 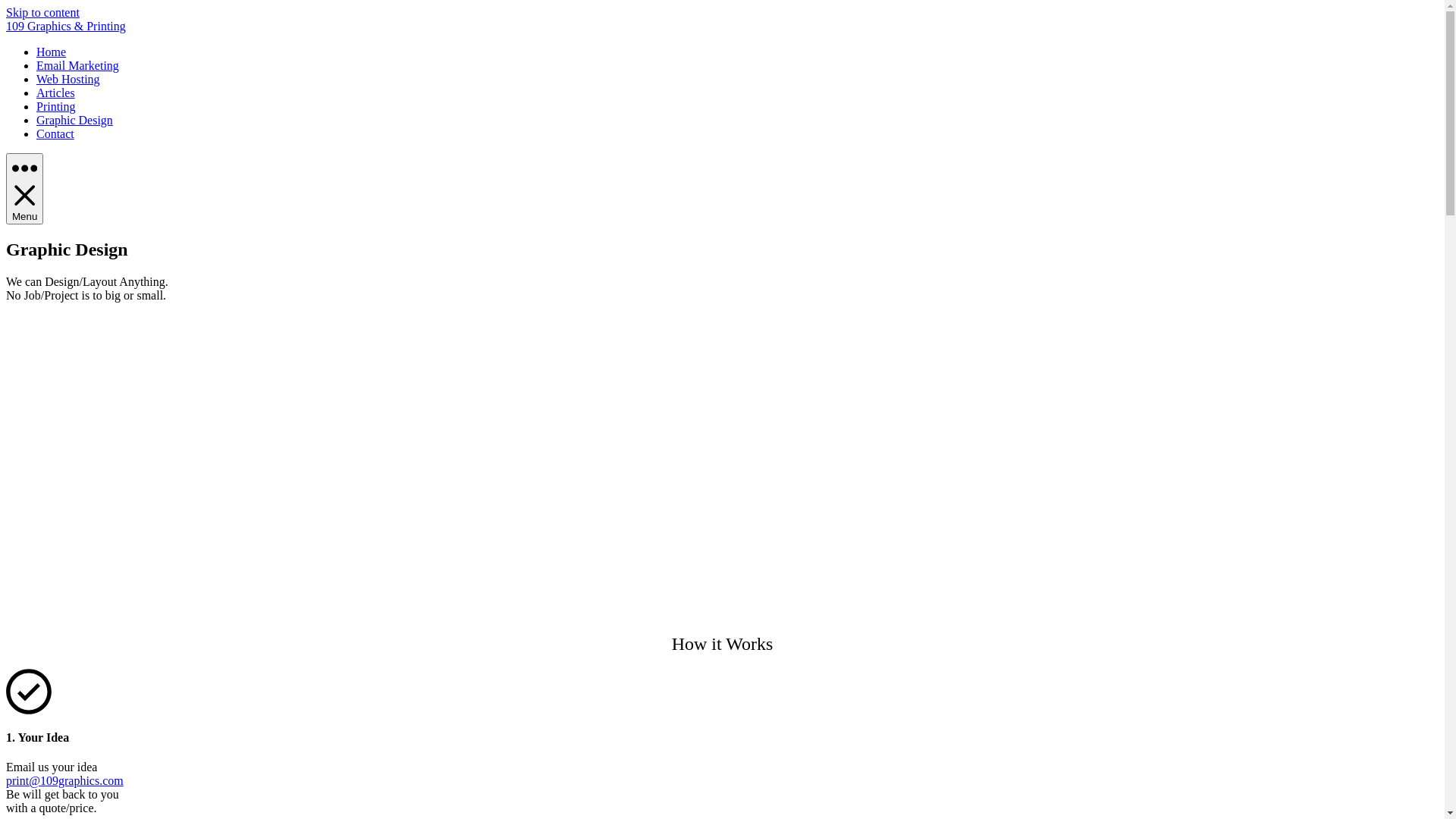 What do you see at coordinates (64, 26) in the screenshot?
I see `'109 Graphics & Printing'` at bounding box center [64, 26].